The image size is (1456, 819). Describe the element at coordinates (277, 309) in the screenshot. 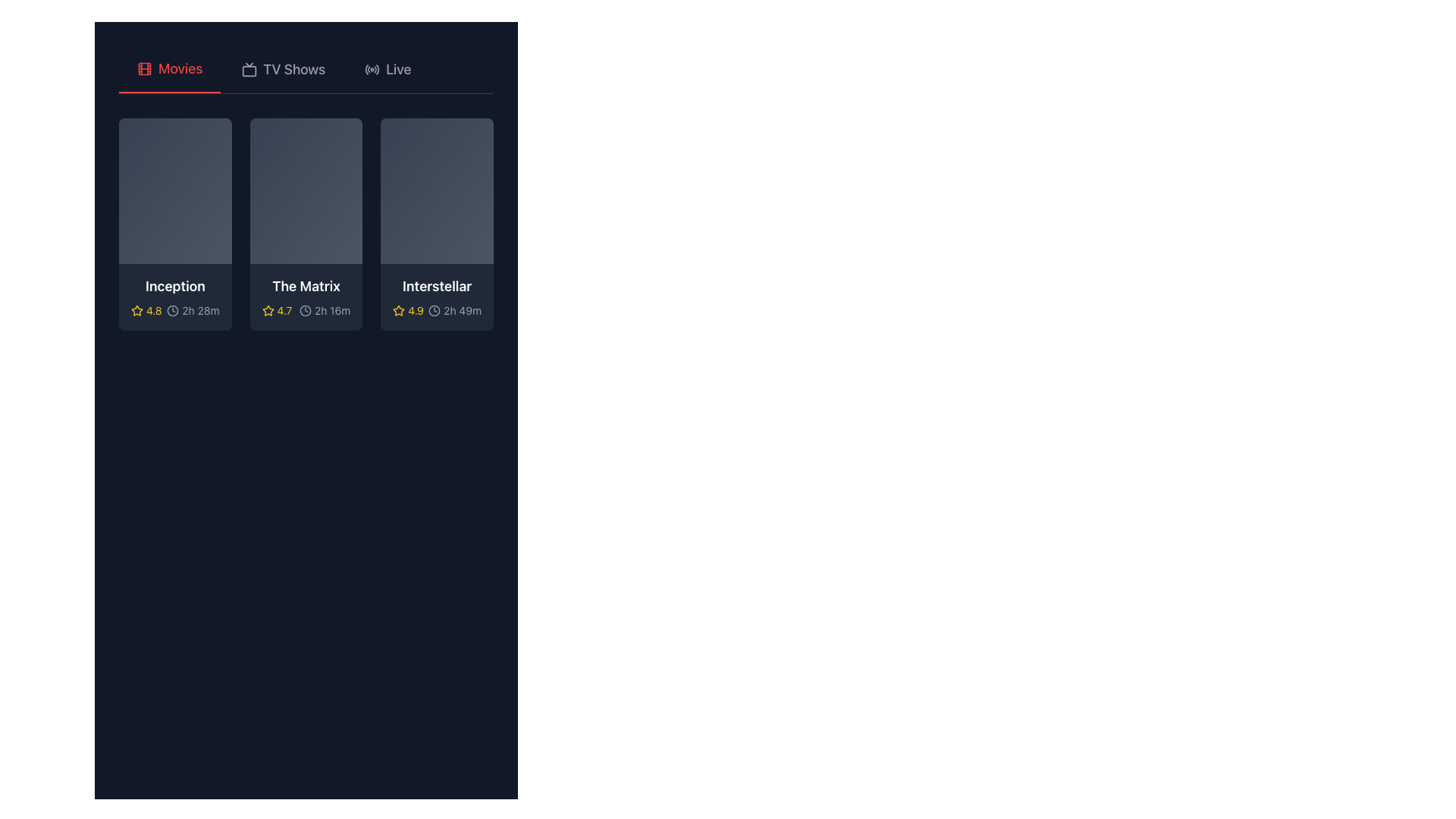

I see `the rating value displayed for the movie 'The Matrix' located underneath its title, indicated by a star icon and adjacent numerical value` at that location.